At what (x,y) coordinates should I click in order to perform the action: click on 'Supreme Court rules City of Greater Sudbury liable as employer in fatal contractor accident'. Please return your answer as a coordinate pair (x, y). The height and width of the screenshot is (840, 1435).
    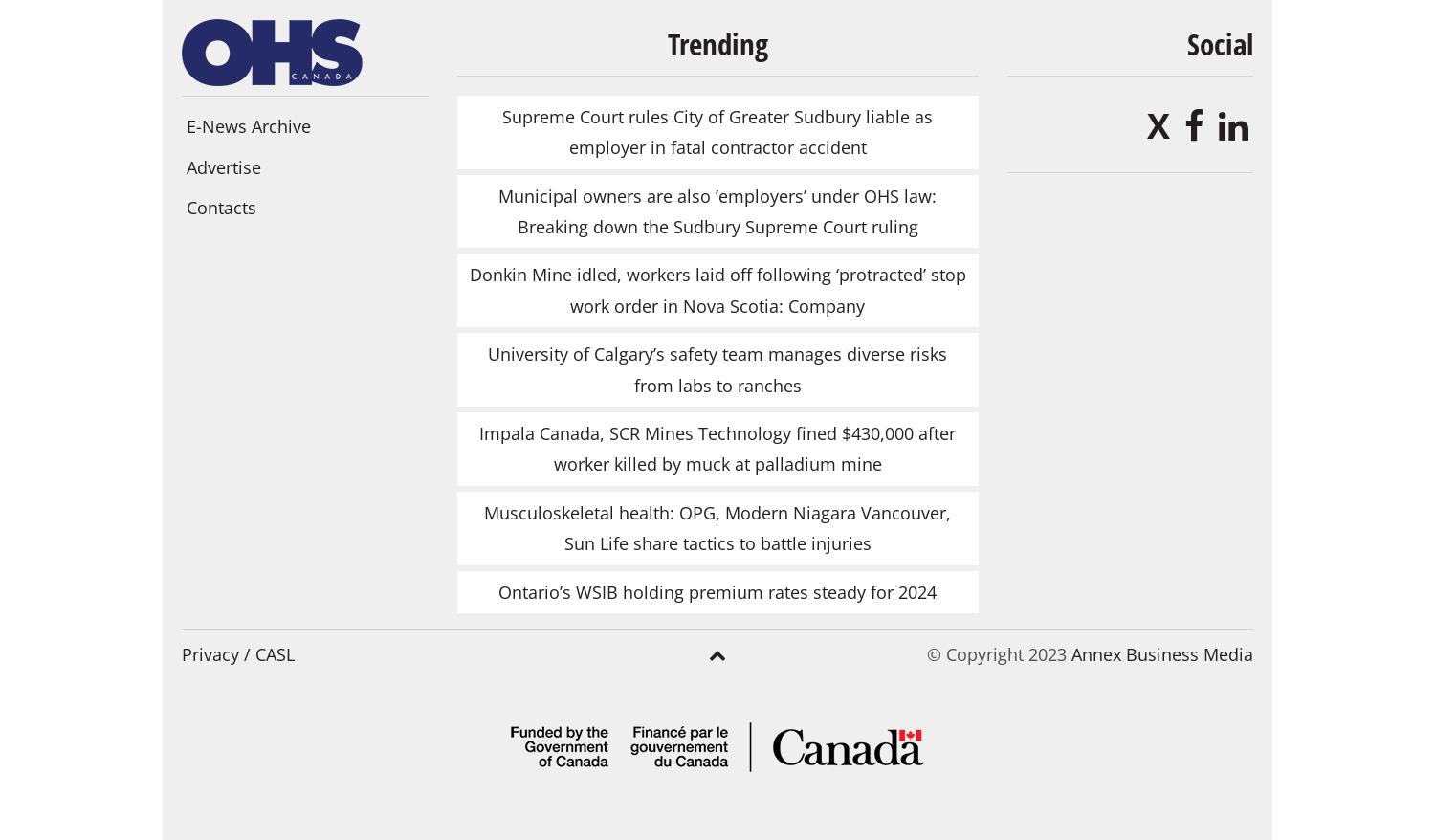
    Looking at the image, I should click on (502, 131).